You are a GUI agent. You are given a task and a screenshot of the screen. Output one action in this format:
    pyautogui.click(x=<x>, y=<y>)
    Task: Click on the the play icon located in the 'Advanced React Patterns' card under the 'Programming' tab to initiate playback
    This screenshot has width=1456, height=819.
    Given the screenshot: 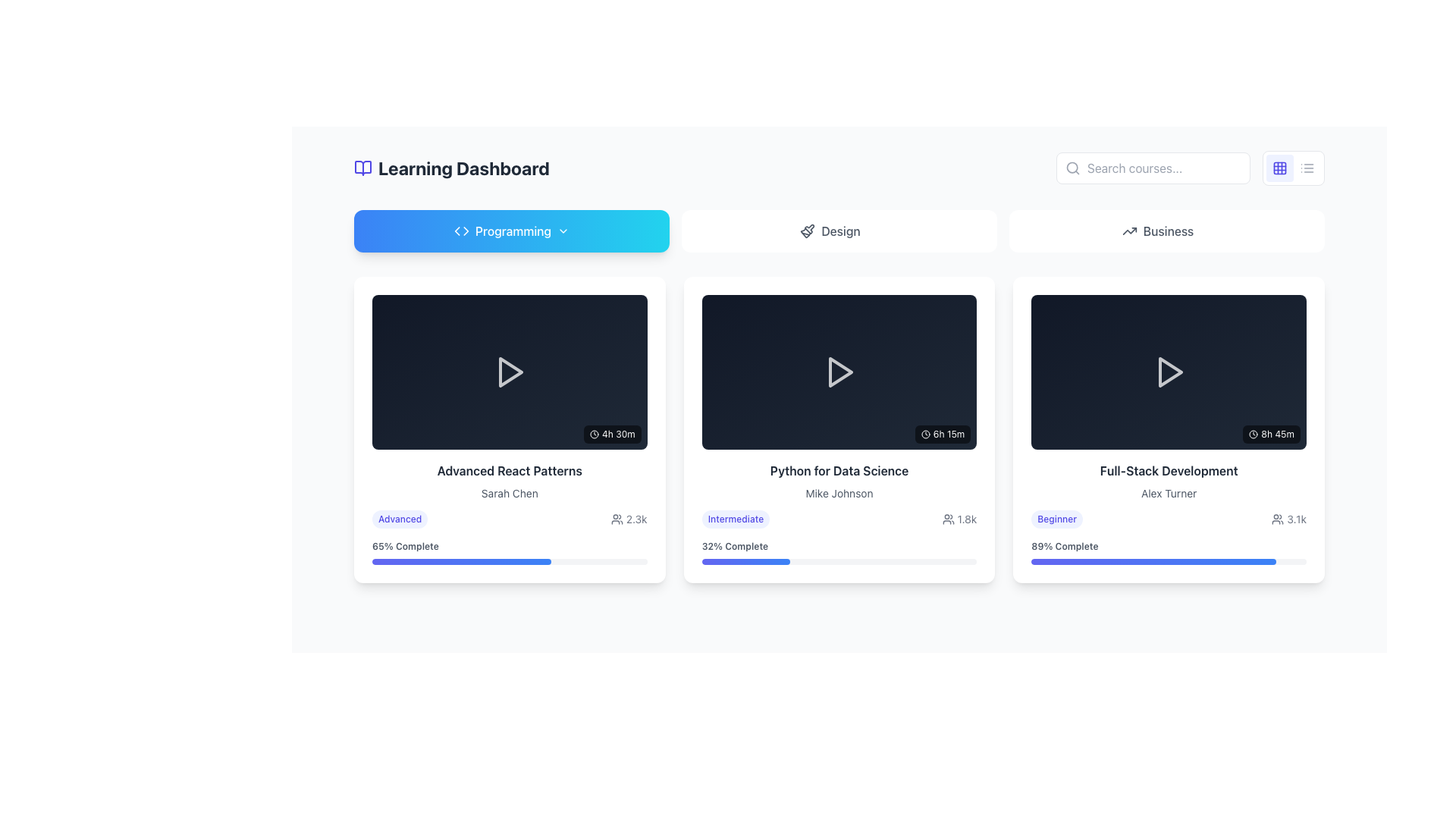 What is the action you would take?
    pyautogui.click(x=510, y=371)
    